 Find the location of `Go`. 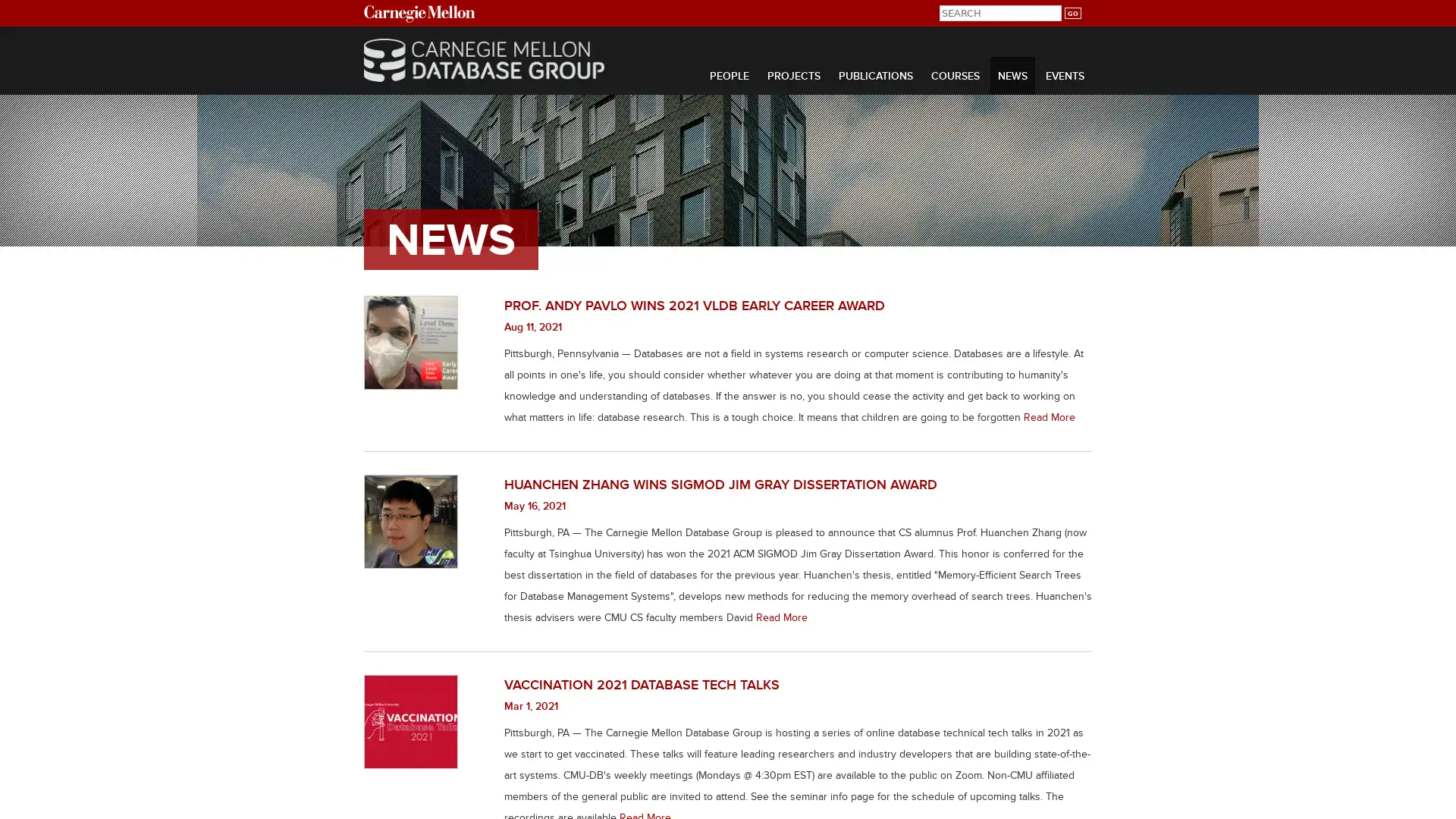

Go is located at coordinates (1072, 13).